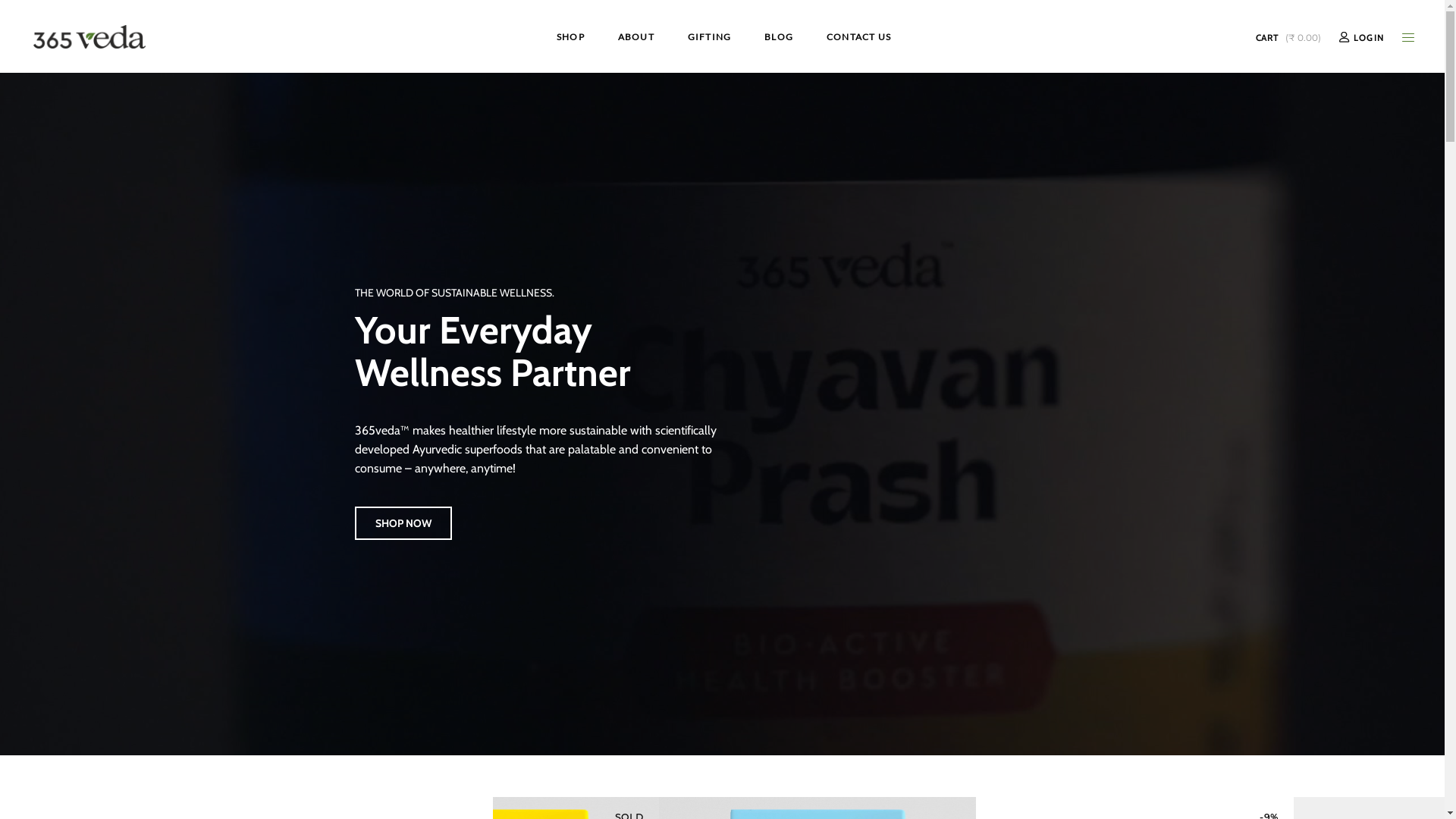 This screenshot has width=1456, height=819. Describe the element at coordinates (403, 522) in the screenshot. I see `'SHOP NOW'` at that location.